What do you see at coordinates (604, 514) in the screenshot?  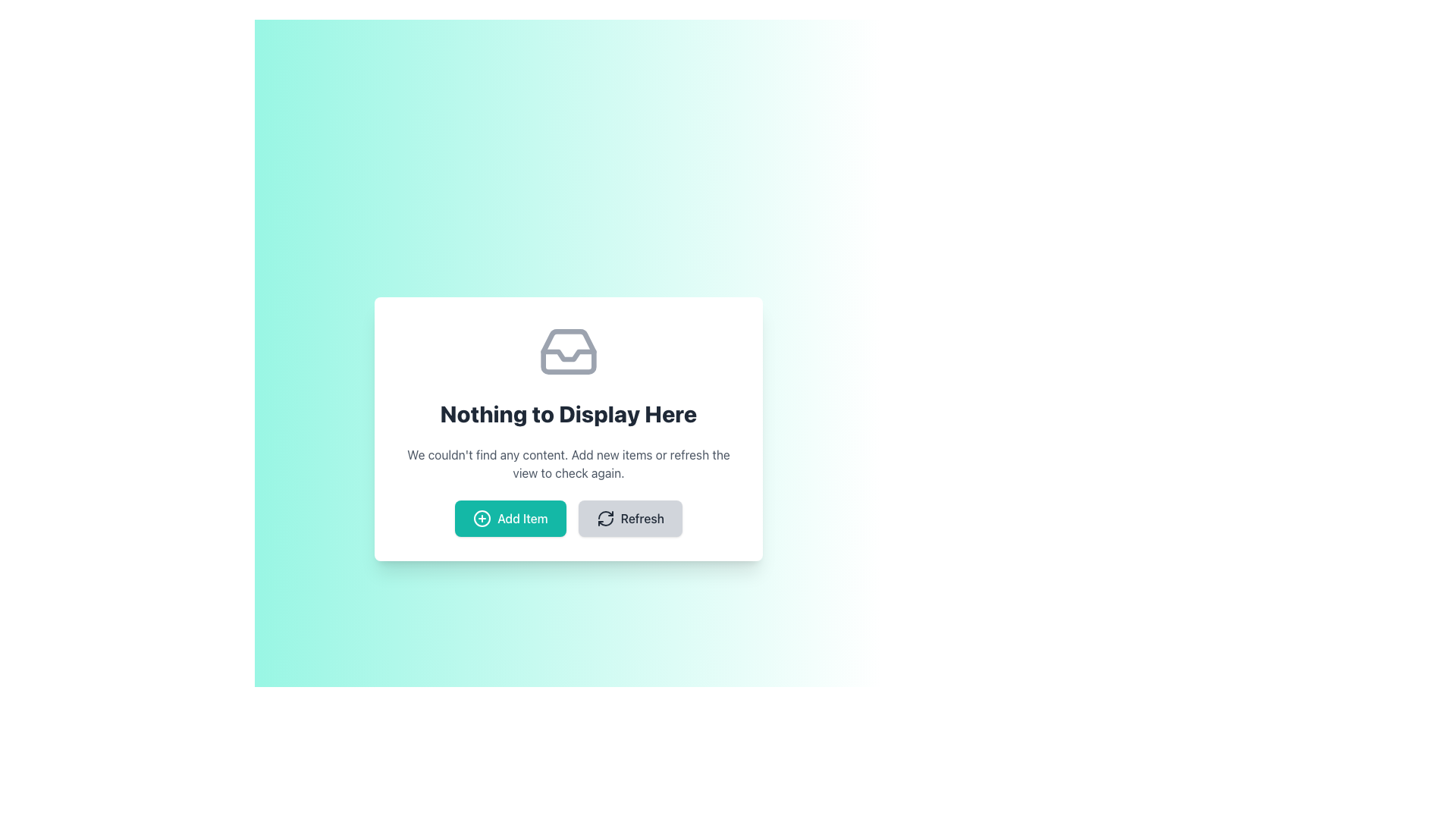 I see `the top-left curving segment of the circular arrow icon within the refresh button, which features a bold stroke for visibility` at bounding box center [604, 514].